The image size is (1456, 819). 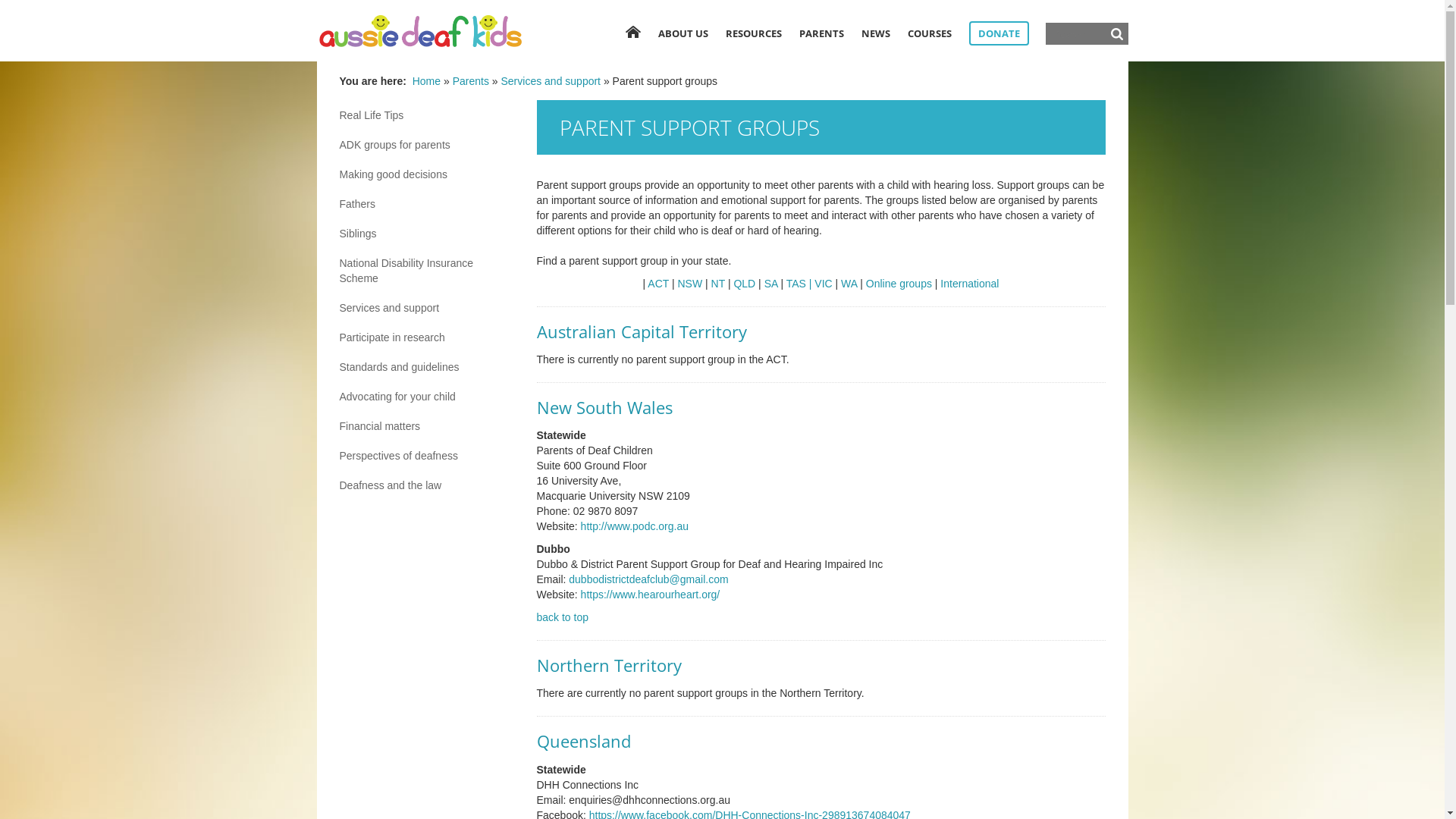 What do you see at coordinates (562, 617) in the screenshot?
I see `'back to top'` at bounding box center [562, 617].